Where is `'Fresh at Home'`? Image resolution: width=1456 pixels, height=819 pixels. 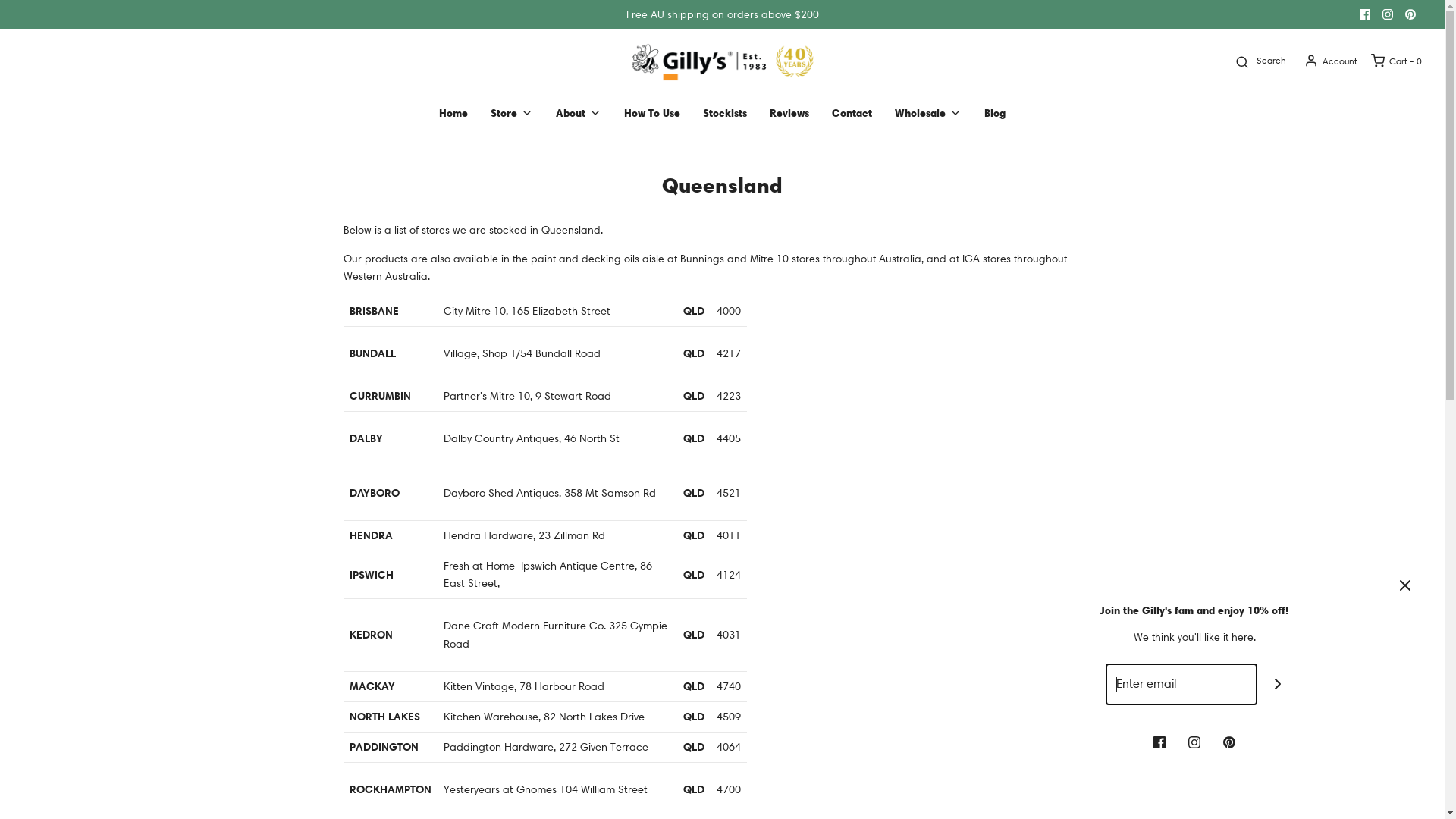
'Fresh at Home' is located at coordinates (477, 565).